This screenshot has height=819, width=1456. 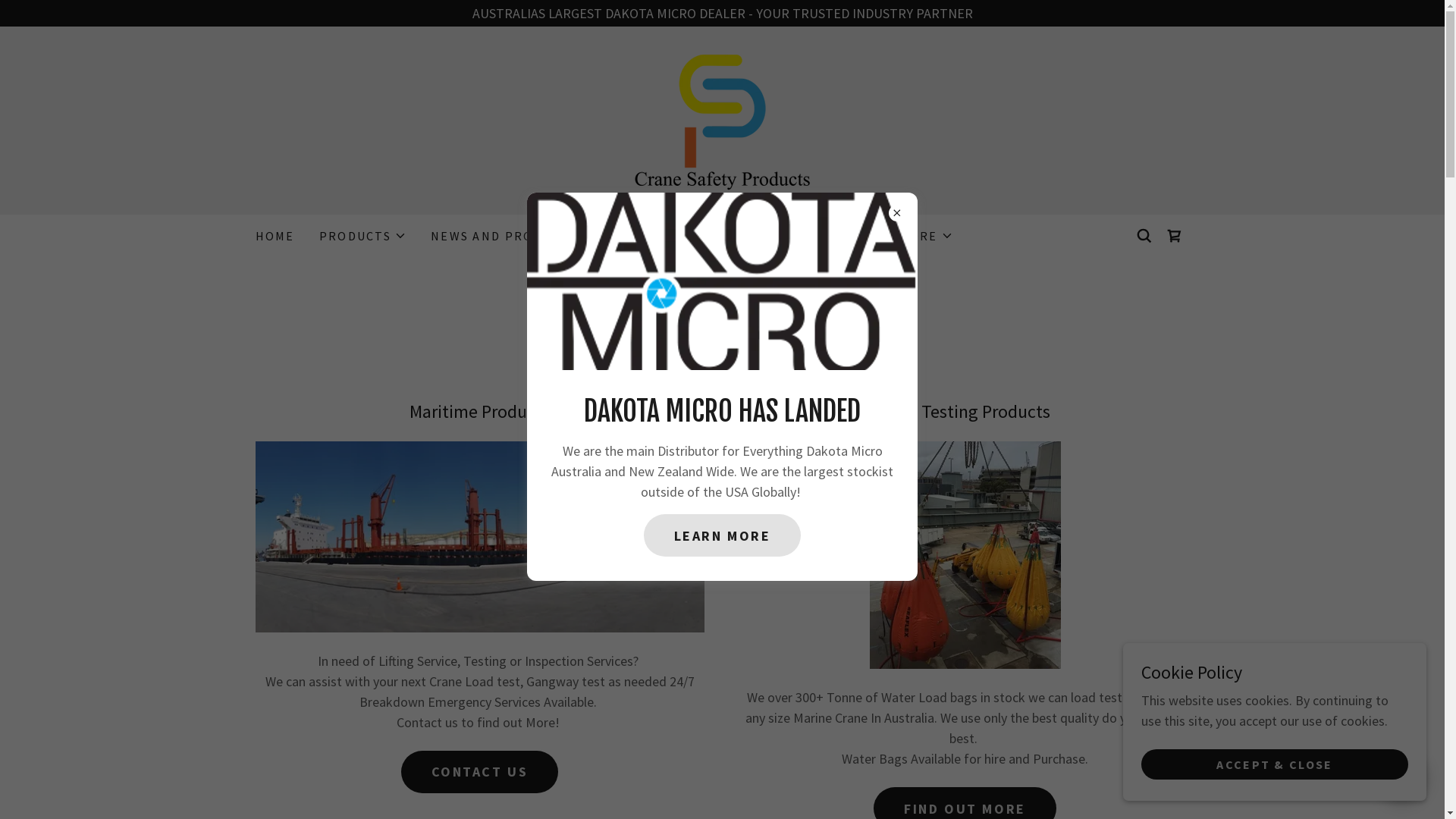 What do you see at coordinates (1274, 764) in the screenshot?
I see `'ACCEPT & CLOSE'` at bounding box center [1274, 764].